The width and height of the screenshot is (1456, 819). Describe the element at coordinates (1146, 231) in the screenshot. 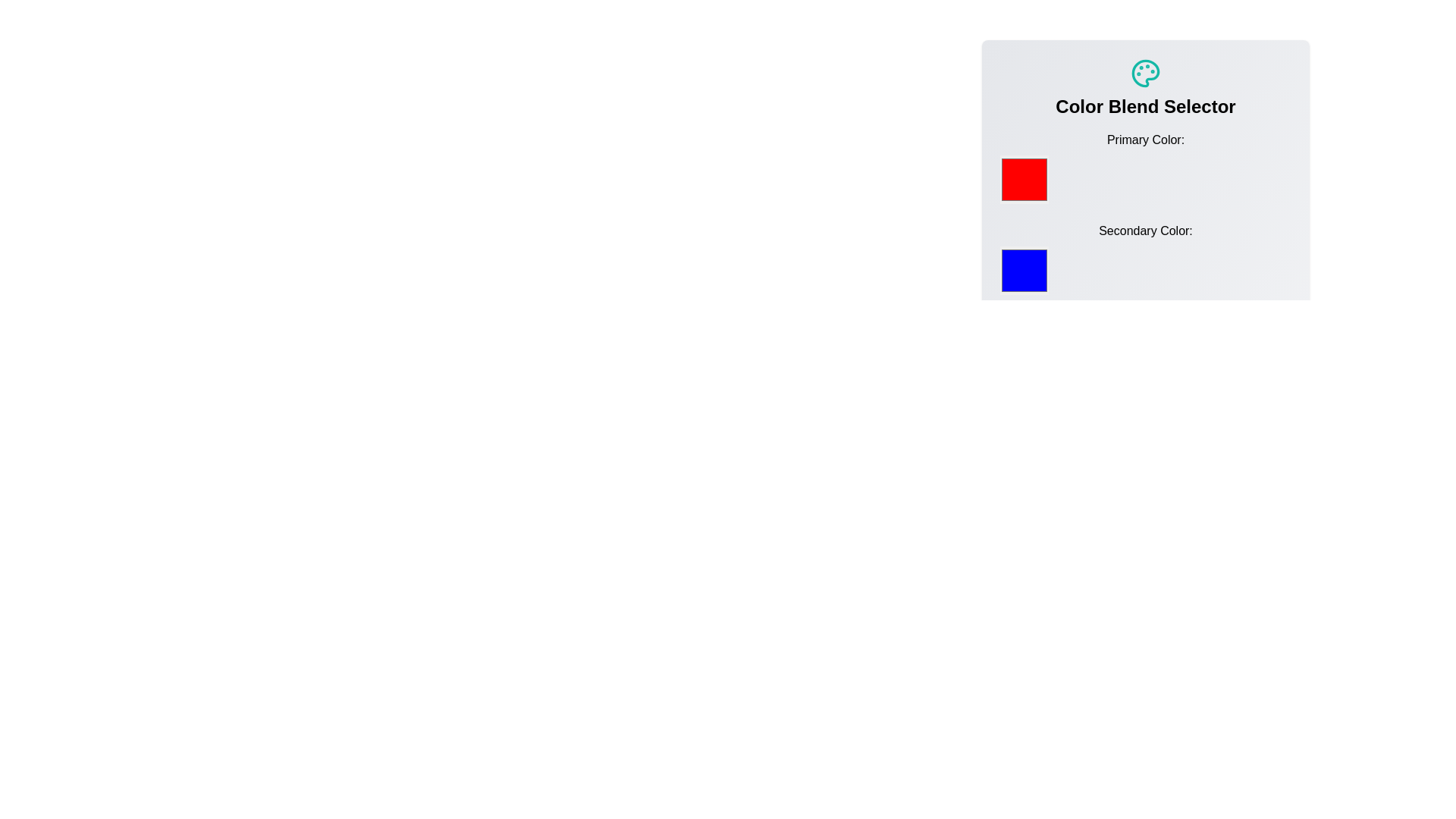

I see `the text label reading 'Secondary Color:' which is displayed in a bold font style and located below the 'Primary Color:' label in the 'Color Blend Selector' panel` at that location.